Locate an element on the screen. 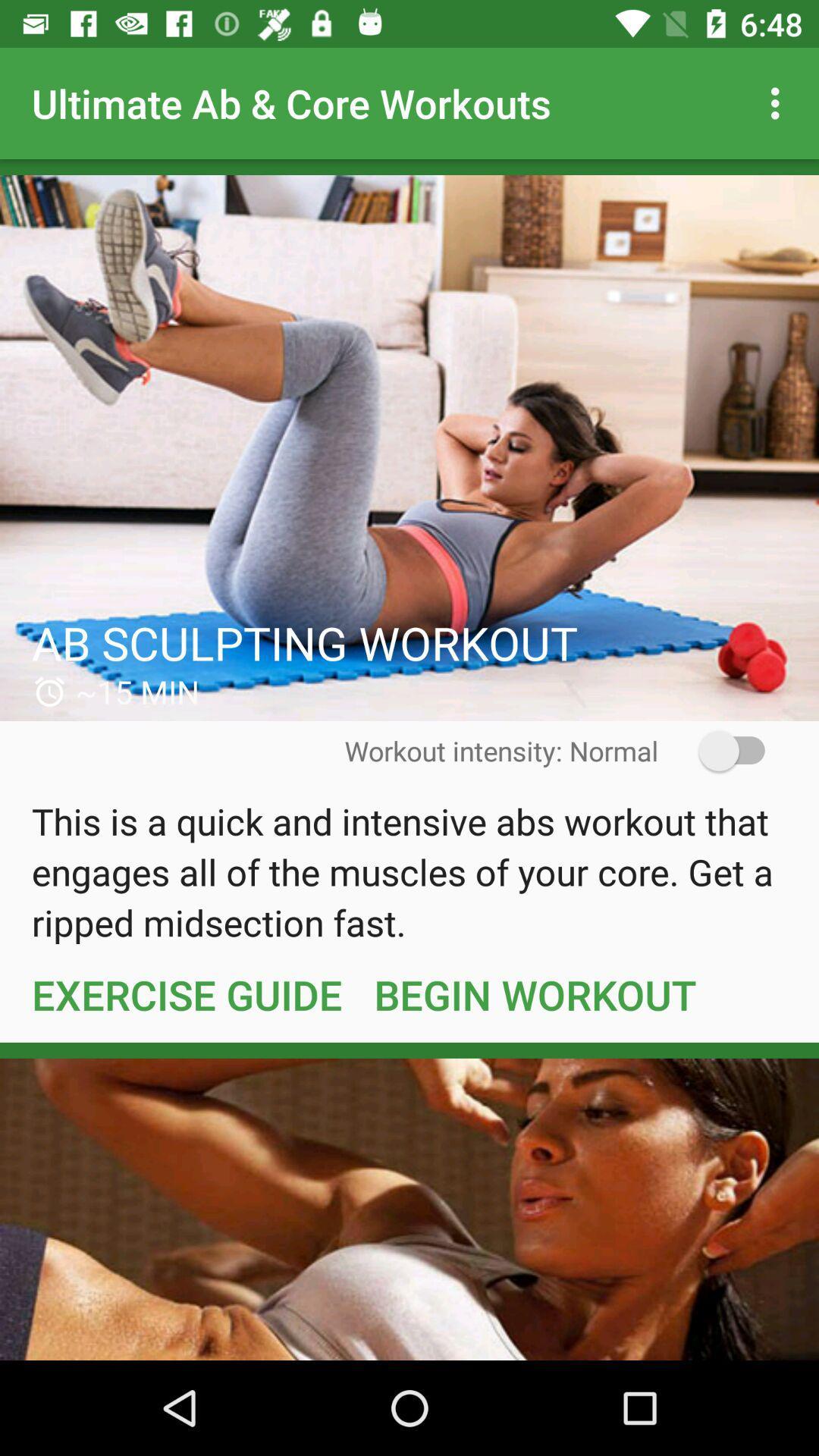 The image size is (819, 1456). item below the this is a is located at coordinates (535, 994).